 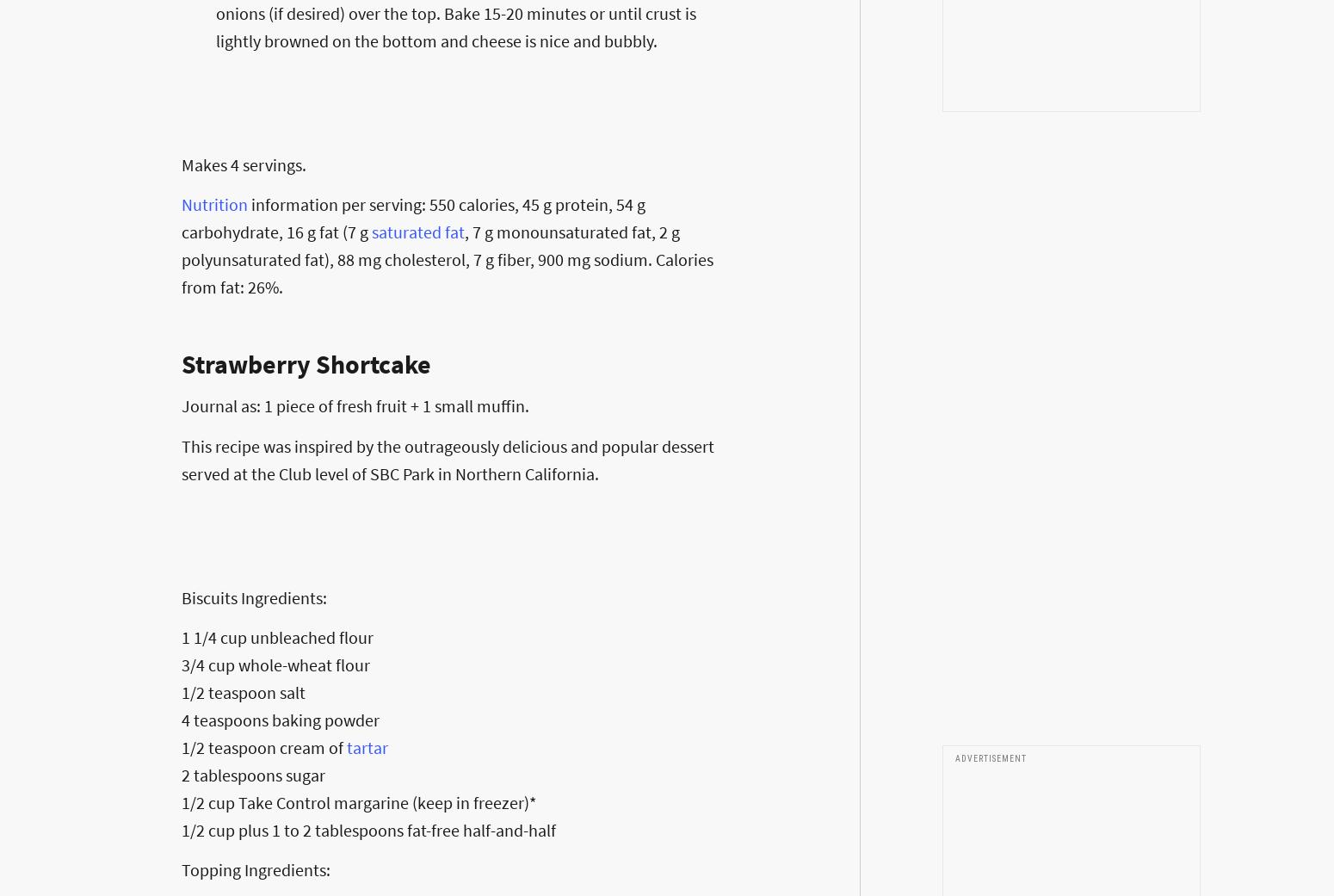 I want to click on '1 1/4 cup unbleached flour', so click(x=276, y=636).